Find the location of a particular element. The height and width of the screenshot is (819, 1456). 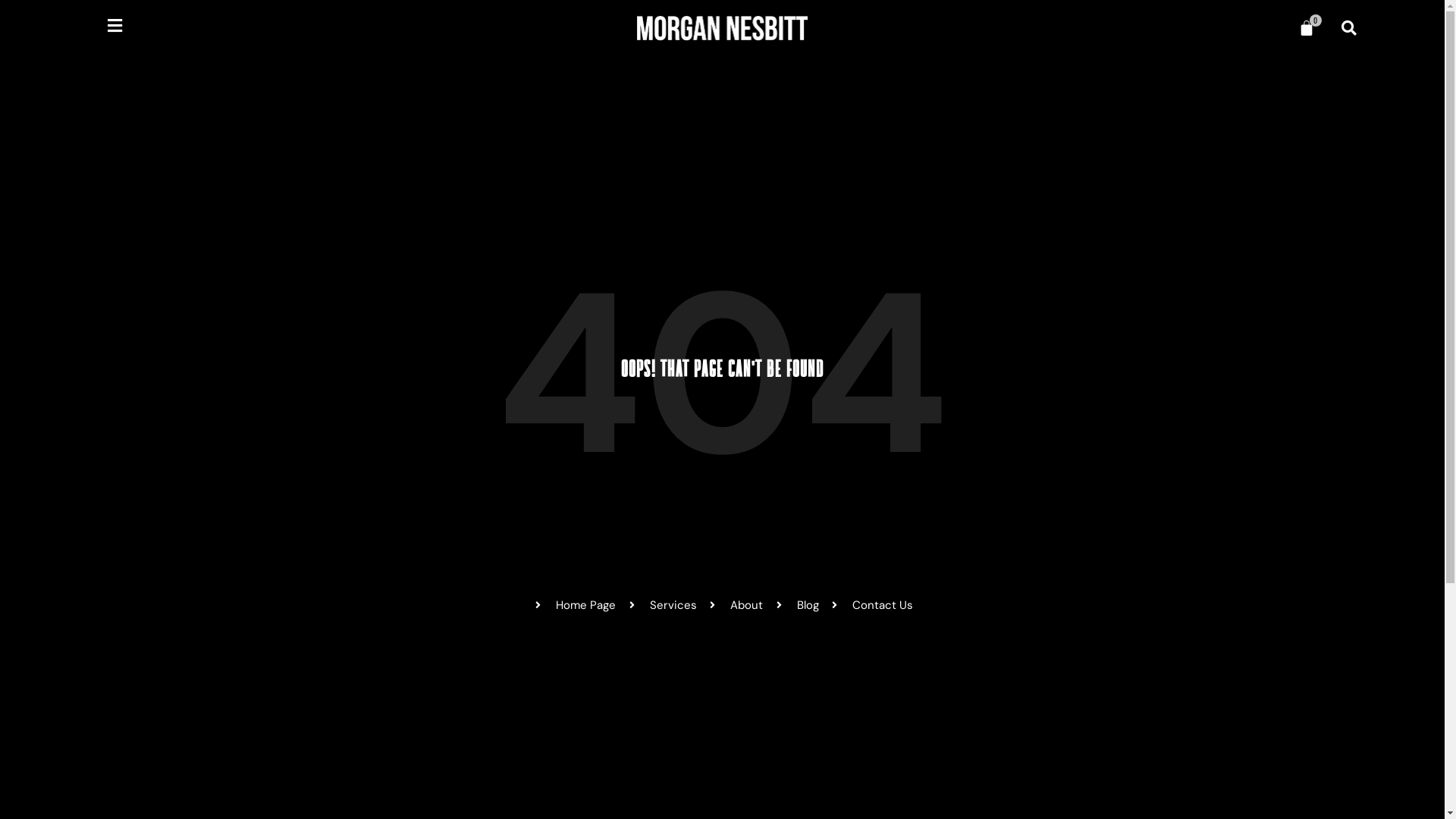

'0' is located at coordinates (1288, 28).